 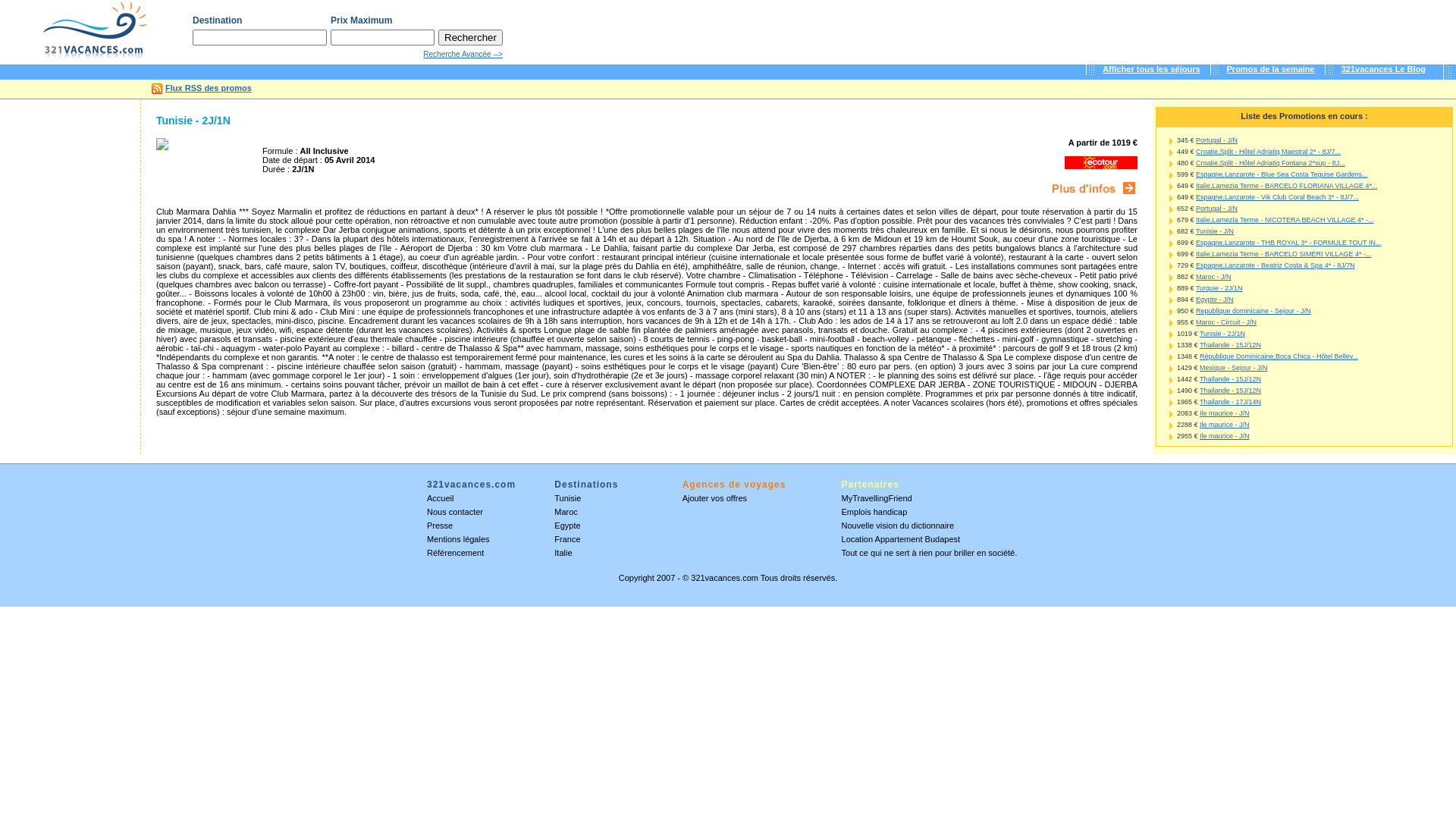 What do you see at coordinates (566, 525) in the screenshot?
I see `'Egypte'` at bounding box center [566, 525].